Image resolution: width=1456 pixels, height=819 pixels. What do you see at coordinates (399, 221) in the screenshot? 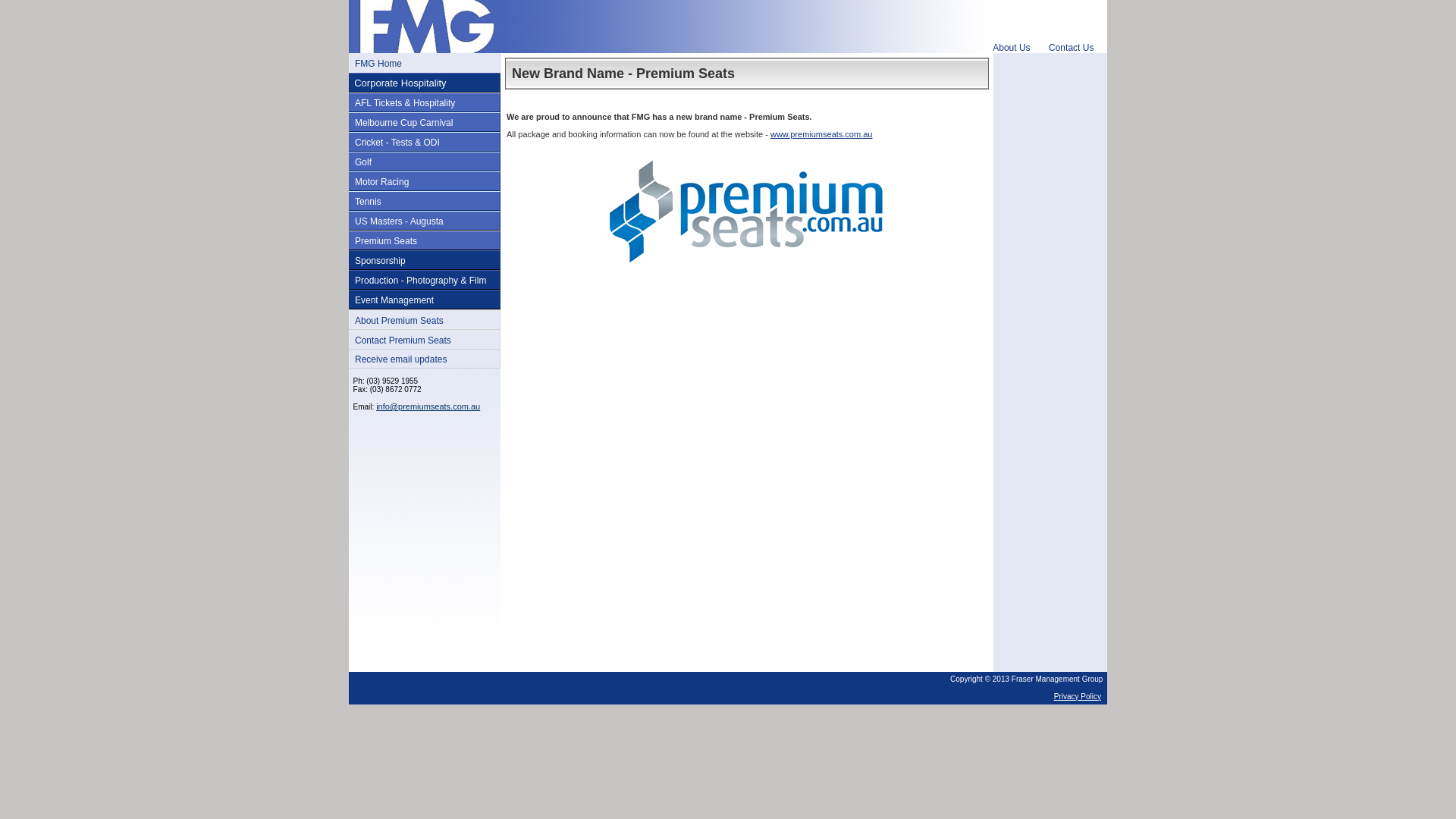
I see `'US Masters - Augusta'` at bounding box center [399, 221].